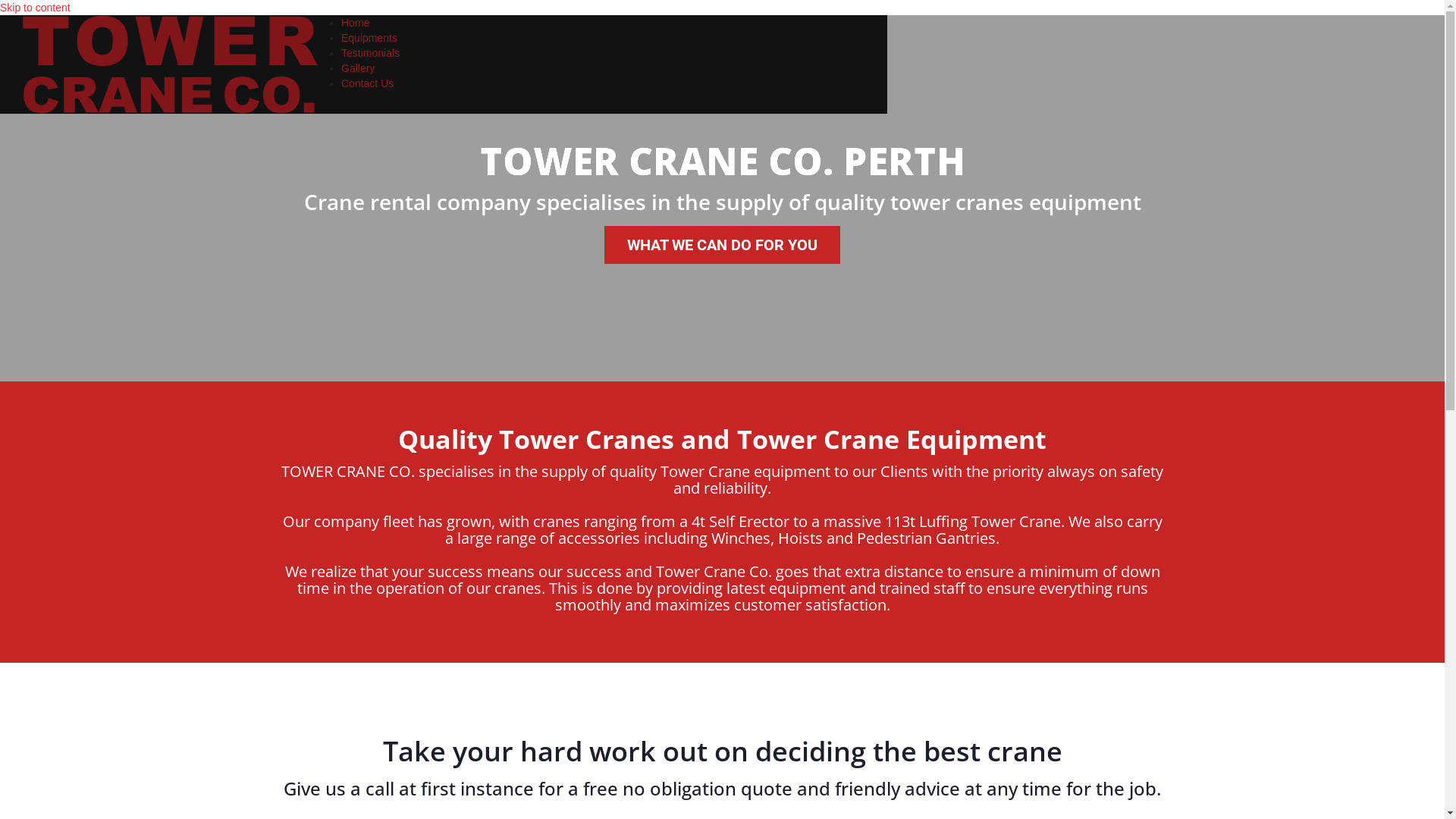  Describe the element at coordinates (603, 244) in the screenshot. I see `'WHAT WE CAN DO FOR YOU'` at that location.